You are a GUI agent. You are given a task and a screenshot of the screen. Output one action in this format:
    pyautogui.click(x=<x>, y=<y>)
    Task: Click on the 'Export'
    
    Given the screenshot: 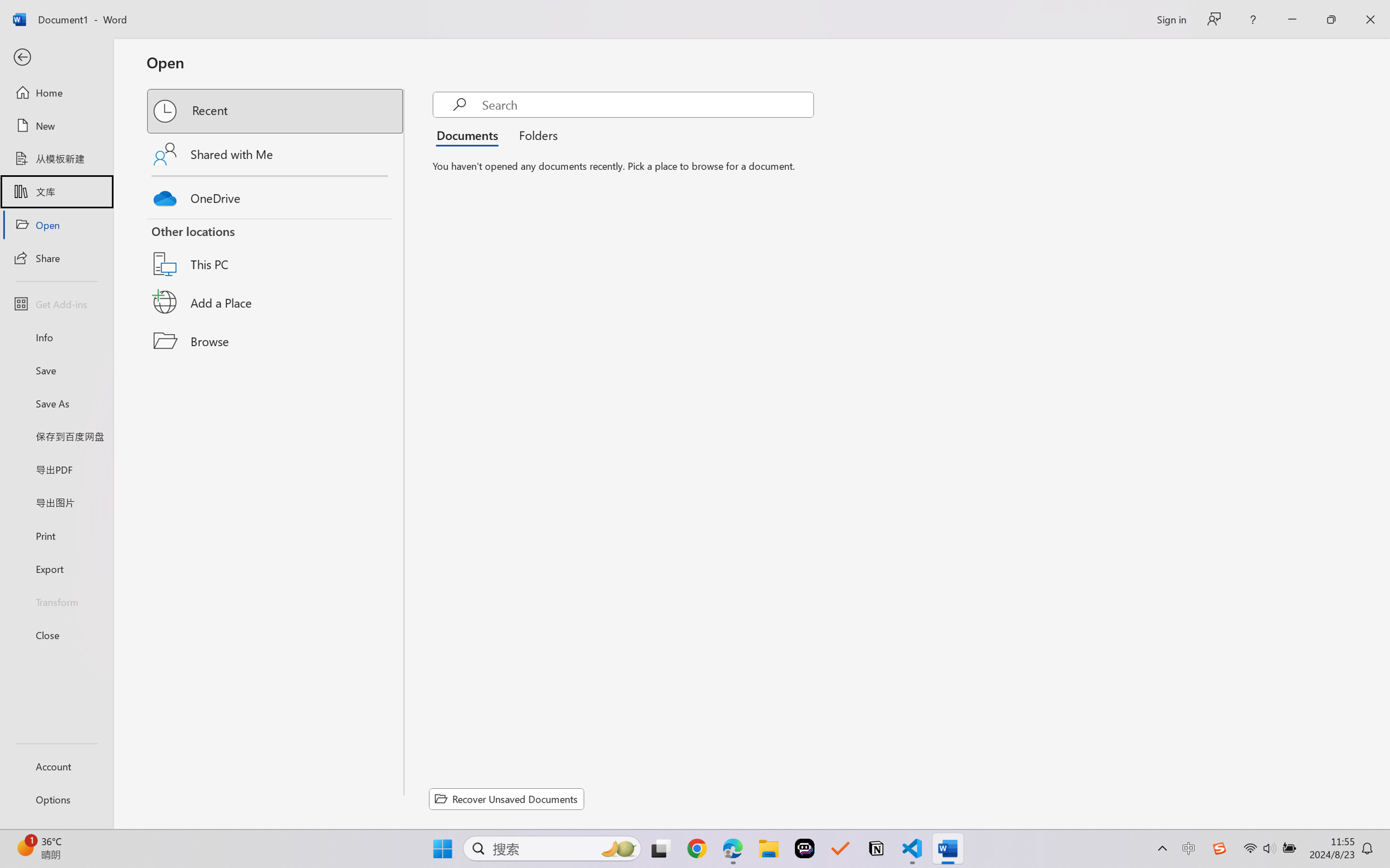 What is the action you would take?
    pyautogui.click(x=56, y=568)
    